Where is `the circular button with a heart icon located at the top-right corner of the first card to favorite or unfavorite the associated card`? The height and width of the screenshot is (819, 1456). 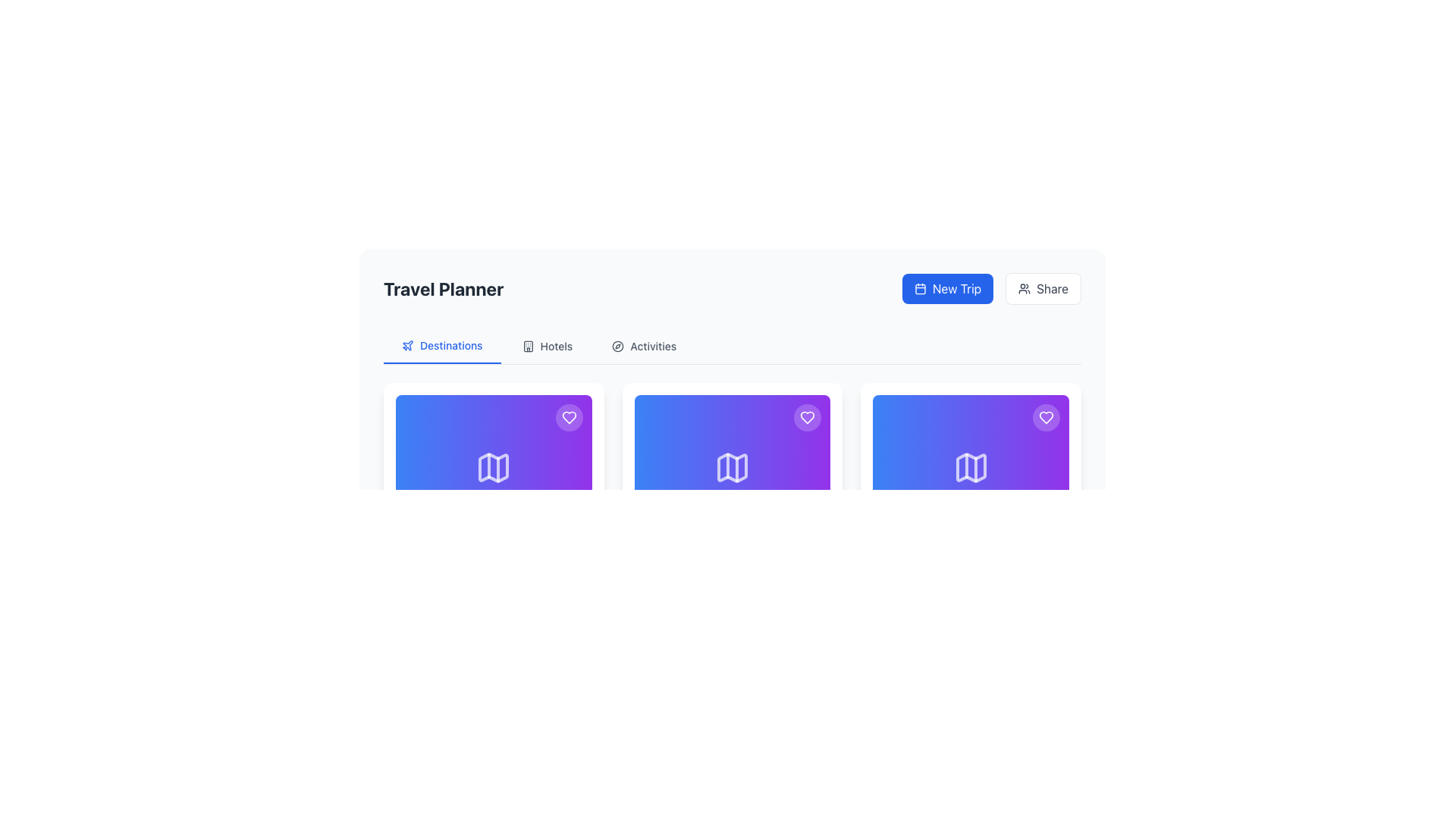
the circular button with a heart icon located at the top-right corner of the first card to favorite or unfavorite the associated card is located at coordinates (568, 418).